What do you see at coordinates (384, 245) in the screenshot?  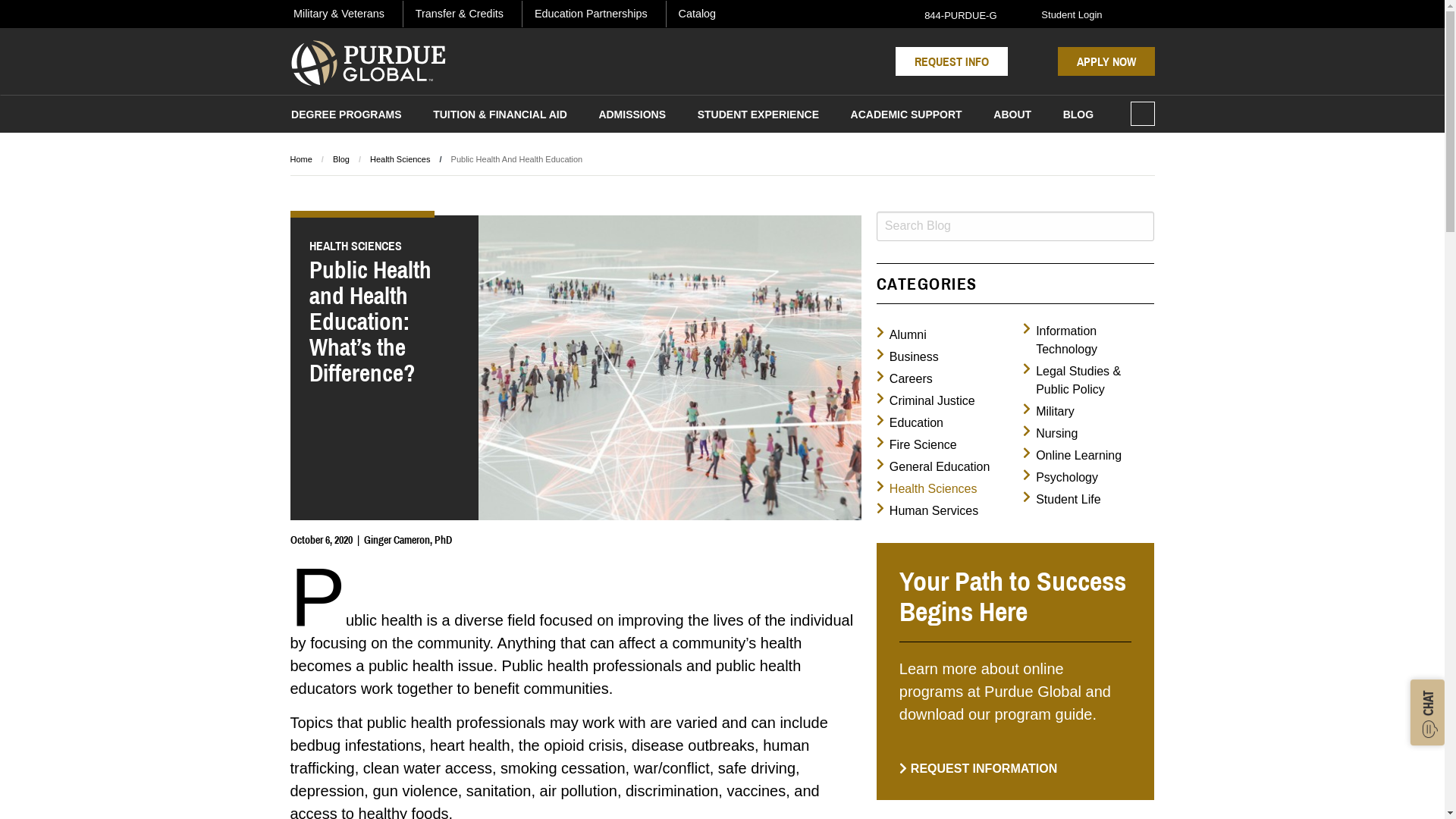 I see `'HEALTH SCIENCES'` at bounding box center [384, 245].